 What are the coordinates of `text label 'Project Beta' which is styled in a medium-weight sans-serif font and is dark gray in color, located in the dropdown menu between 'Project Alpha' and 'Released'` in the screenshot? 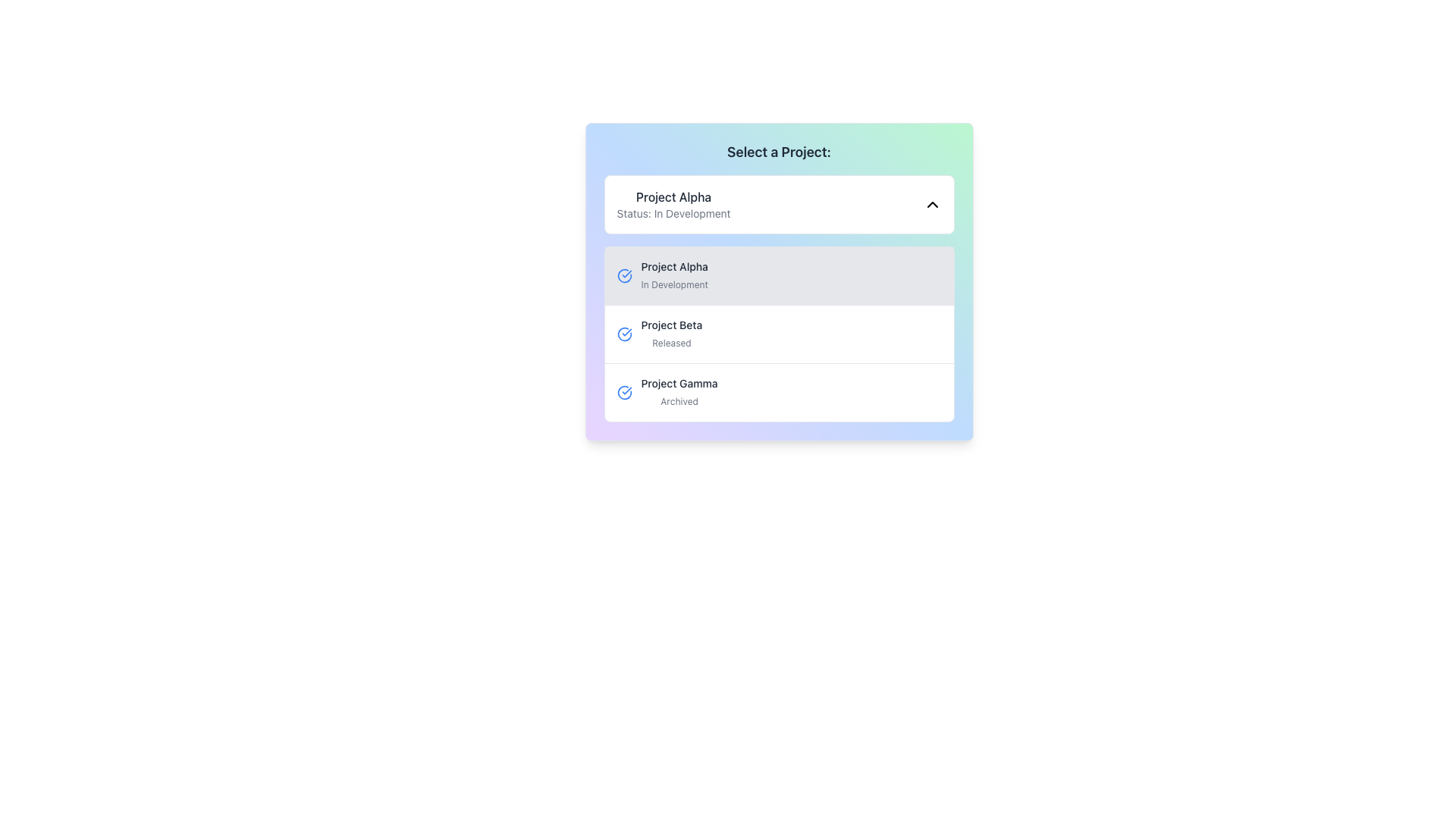 It's located at (670, 324).